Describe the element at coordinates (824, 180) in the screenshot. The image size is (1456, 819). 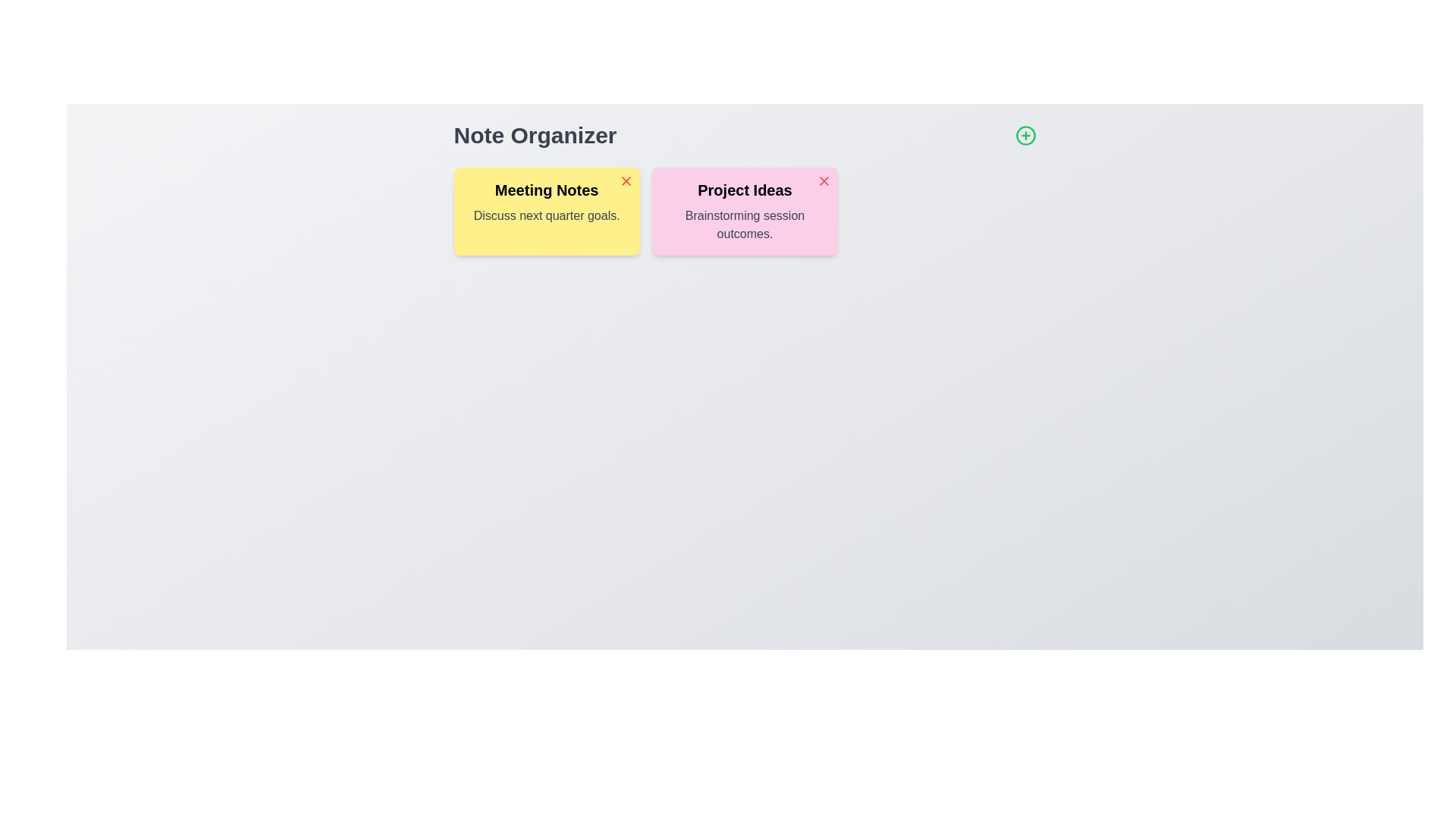
I see `the dismiss button located in the top-right corner of the 'Project Ideas' card to change its color` at that location.